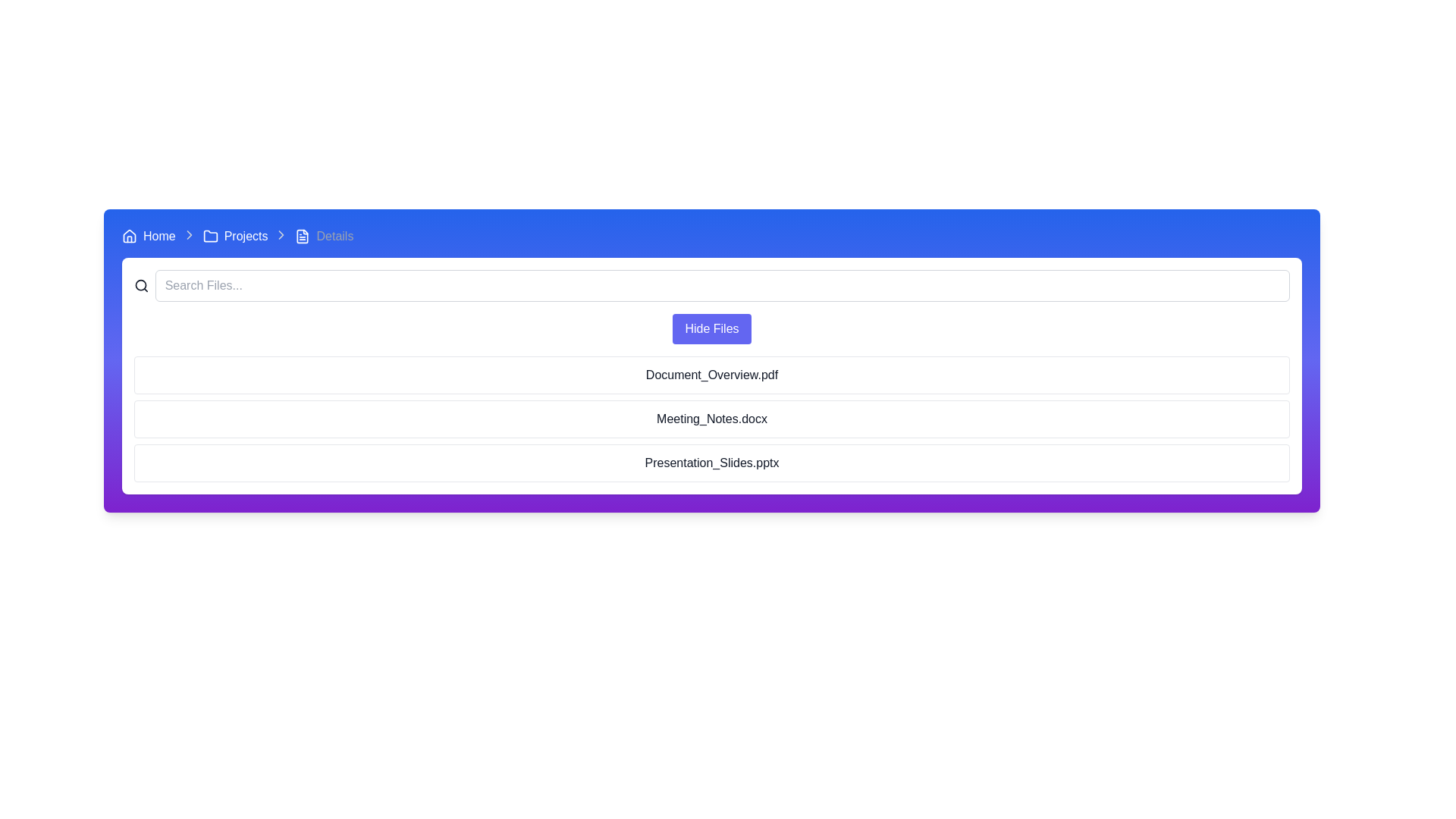  What do you see at coordinates (711, 375) in the screenshot?
I see `the first Text Label representing 'Document_Overview.pdf' which is centrally aligned and located at the top of the document list` at bounding box center [711, 375].